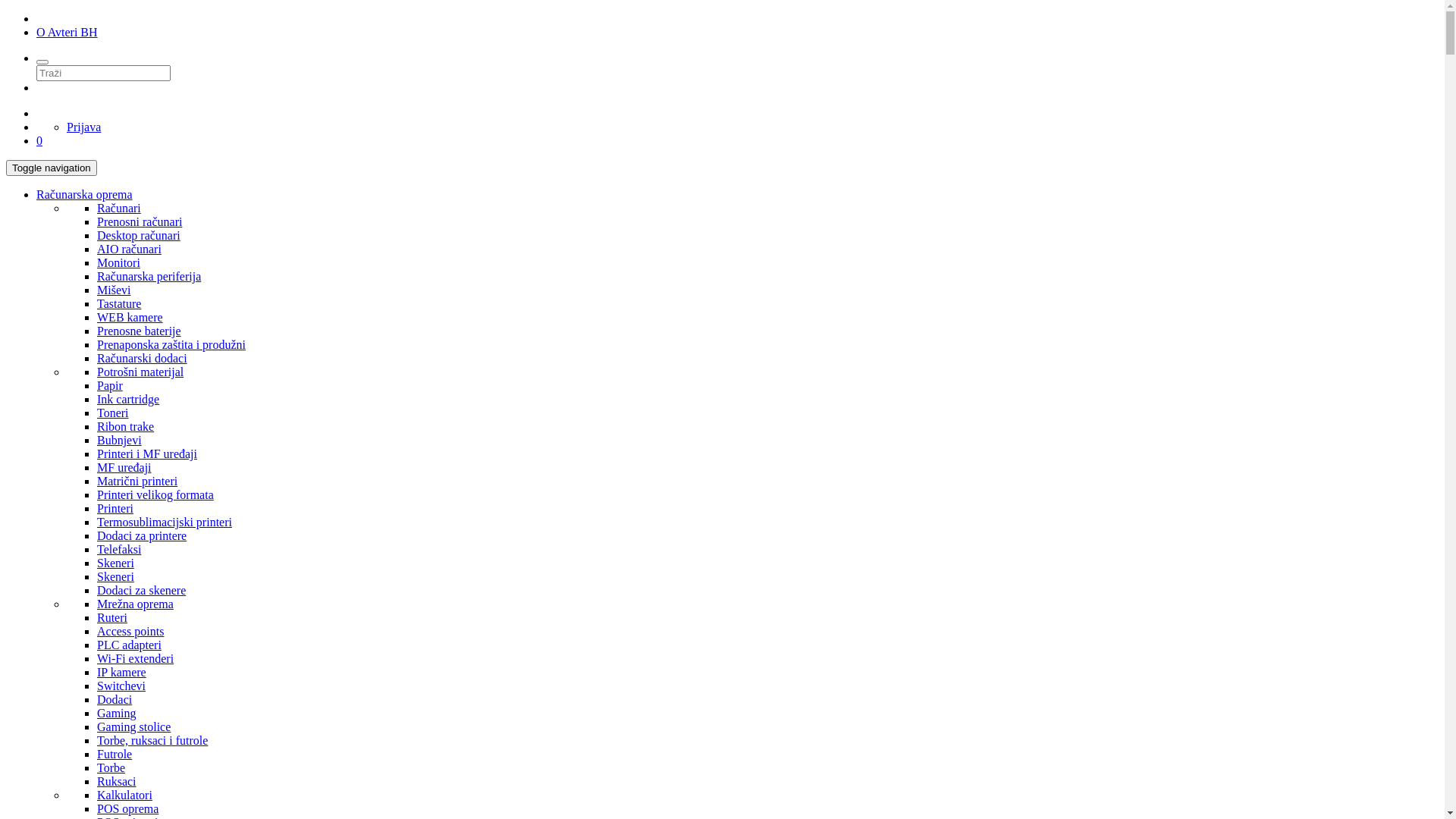 The height and width of the screenshot is (819, 1456). Describe the element at coordinates (130, 631) in the screenshot. I see `'Access points'` at that location.